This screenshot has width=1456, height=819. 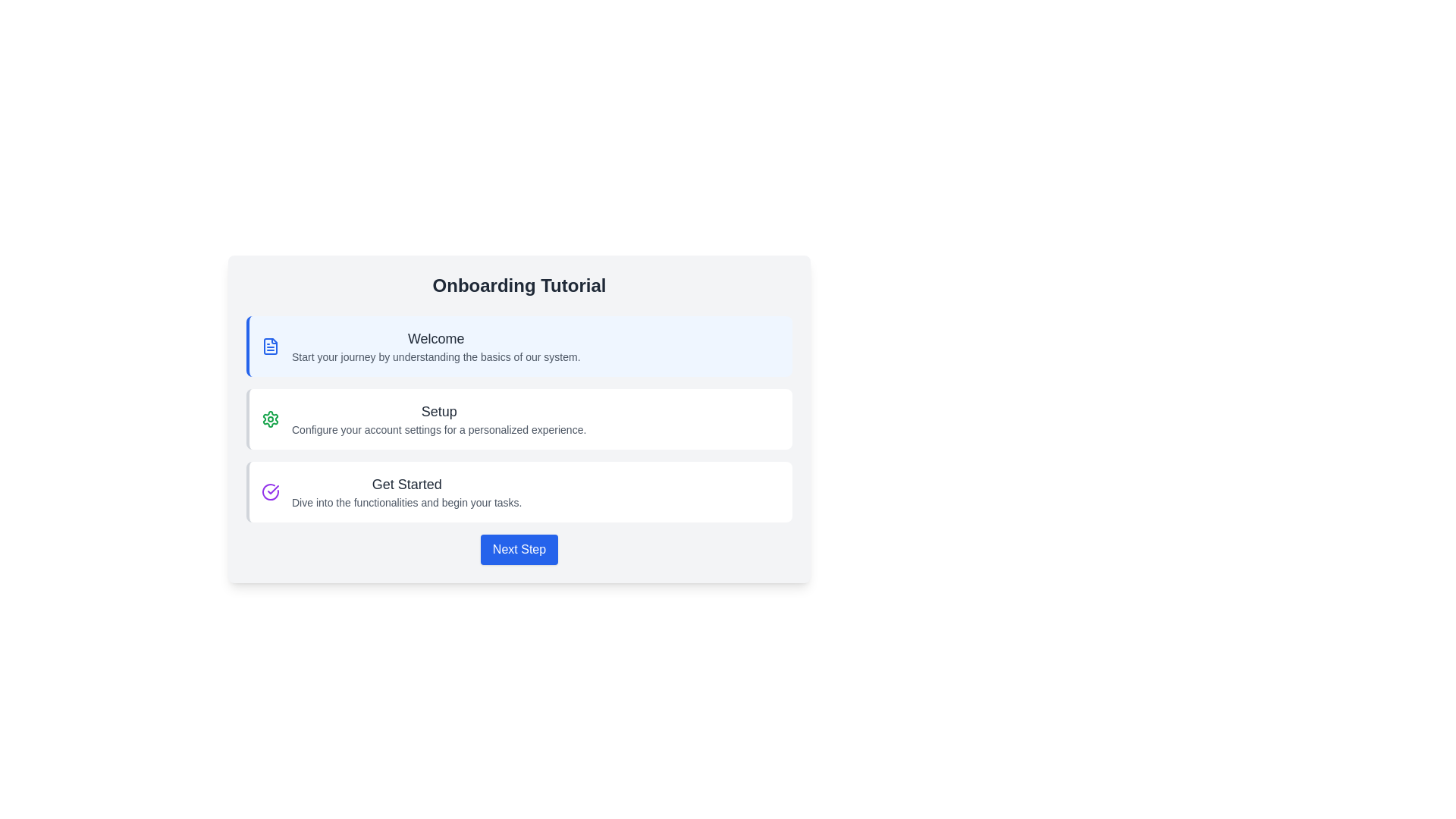 I want to click on instructional message provided in the text block located below the 'Get Started' header in the center of the interface, so click(x=406, y=503).